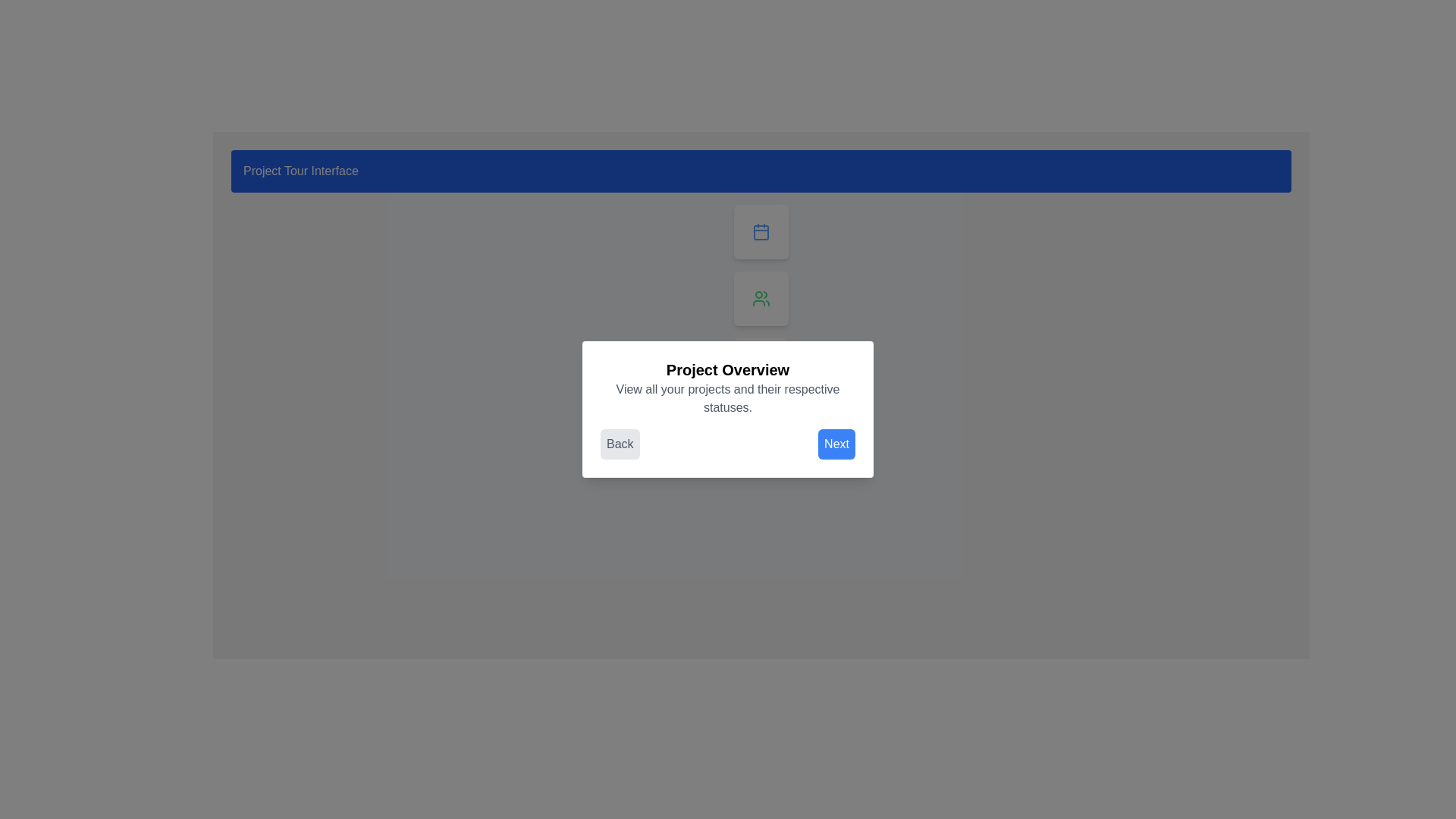  Describe the element at coordinates (836, 444) in the screenshot. I see `the navigation button located at the bottom-right corner of the modal dialog to observe any hover effects` at that location.